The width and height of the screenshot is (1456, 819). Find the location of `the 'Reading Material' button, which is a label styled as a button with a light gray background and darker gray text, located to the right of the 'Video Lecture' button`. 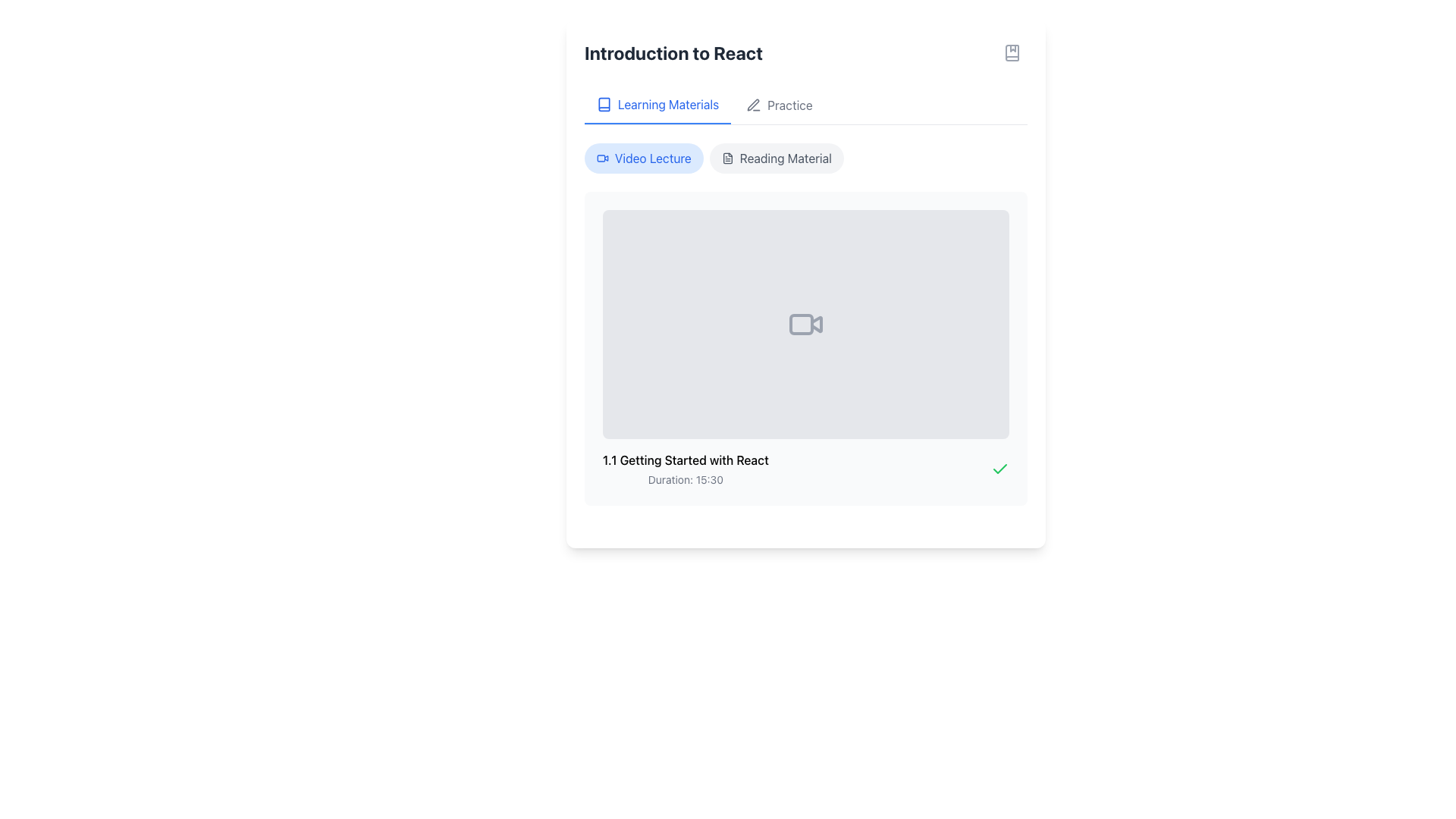

the 'Reading Material' button, which is a label styled as a button with a light gray background and darker gray text, located to the right of the 'Video Lecture' button is located at coordinates (777, 158).